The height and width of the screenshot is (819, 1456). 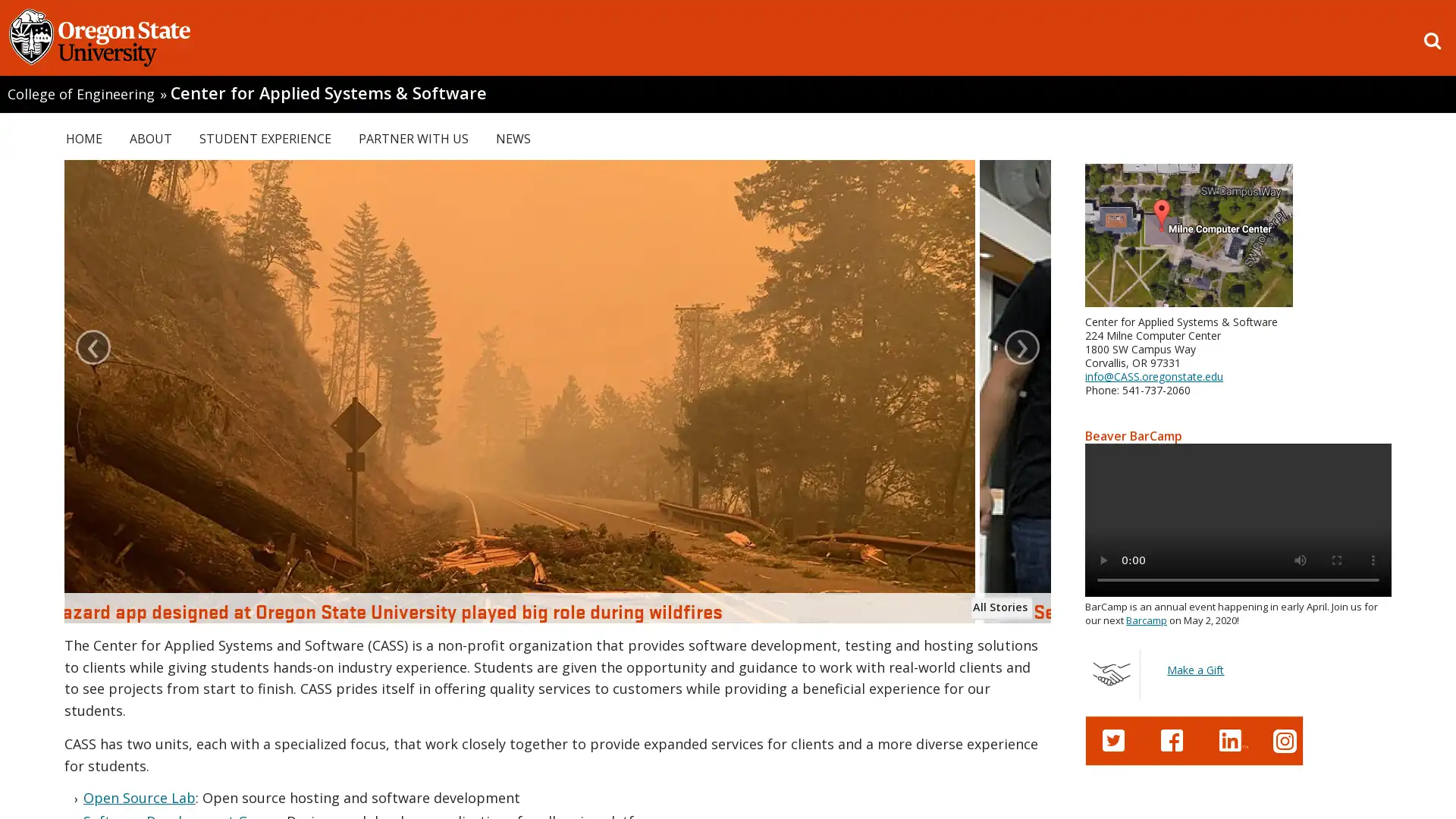 What do you see at coordinates (1103, 559) in the screenshot?
I see `play` at bounding box center [1103, 559].